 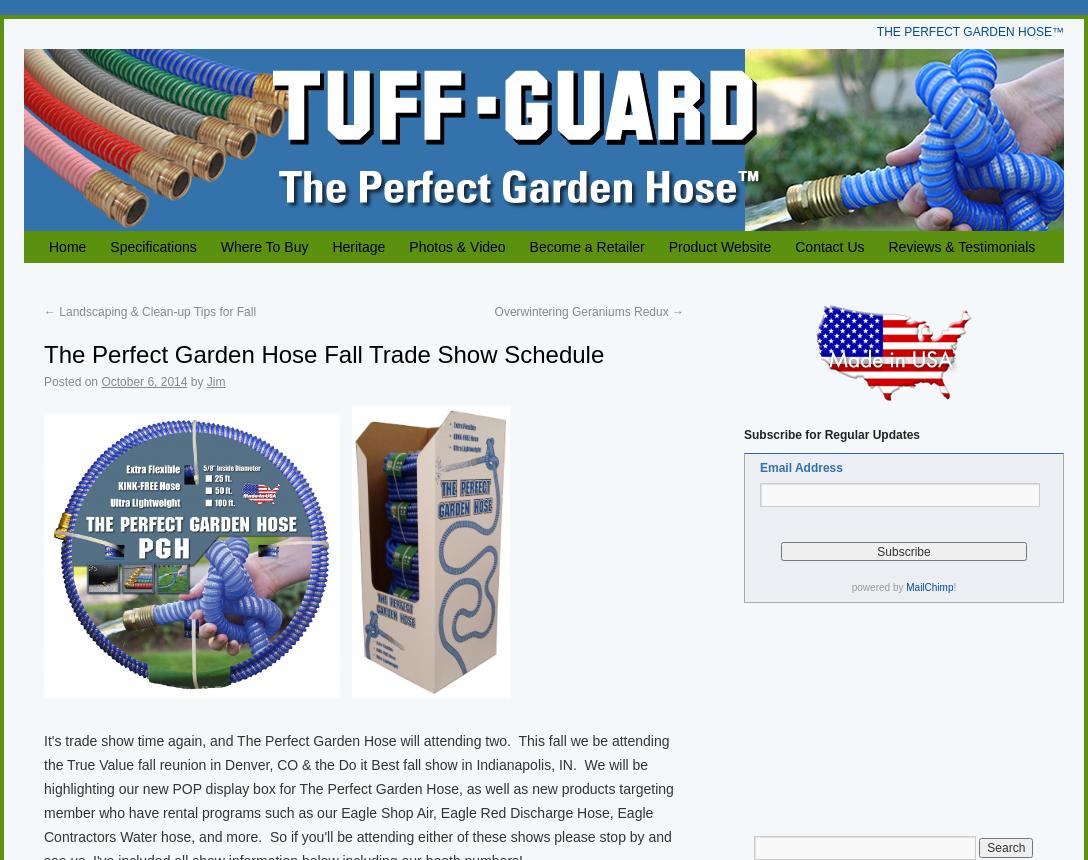 I want to click on 'Subscribe for Regular Updates', so click(x=742, y=434).